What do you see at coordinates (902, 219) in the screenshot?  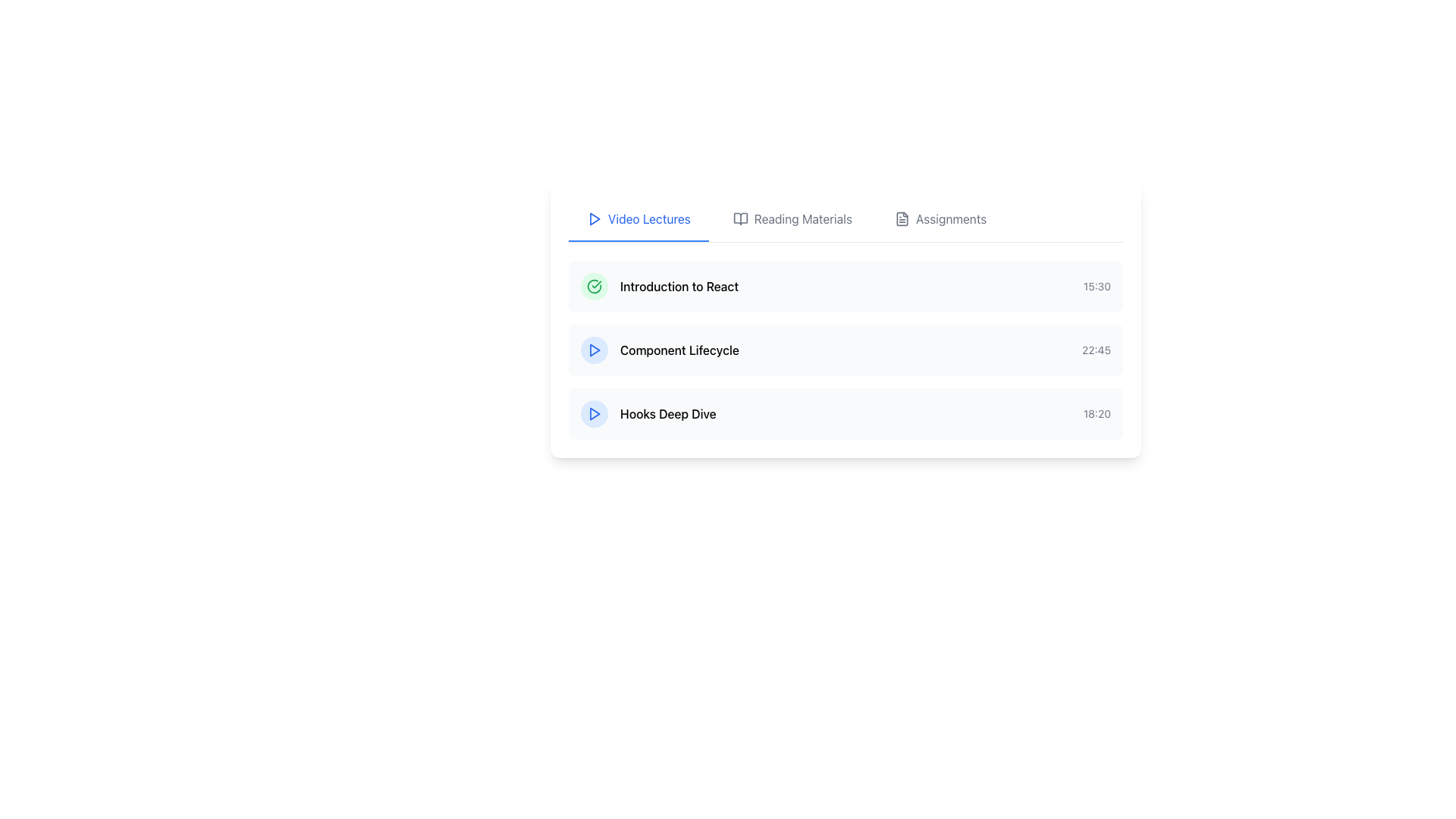 I see `document file icon located near the 'Assignments' text label in the top-right section of the interface` at bounding box center [902, 219].